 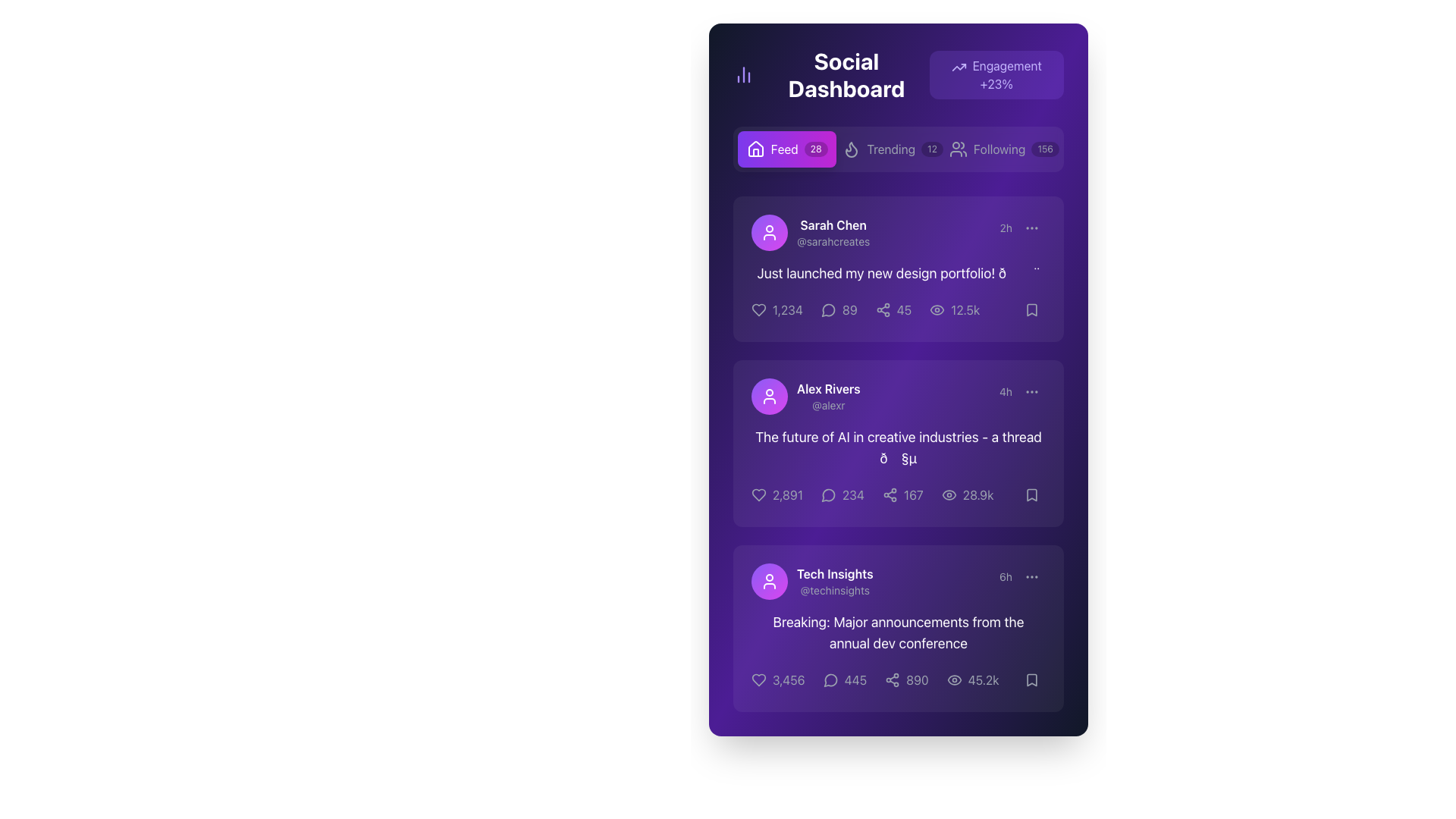 What do you see at coordinates (893, 679) in the screenshot?
I see `the share icon button located in the lower section of the post card, aligned to the left of the textual number '890'` at bounding box center [893, 679].